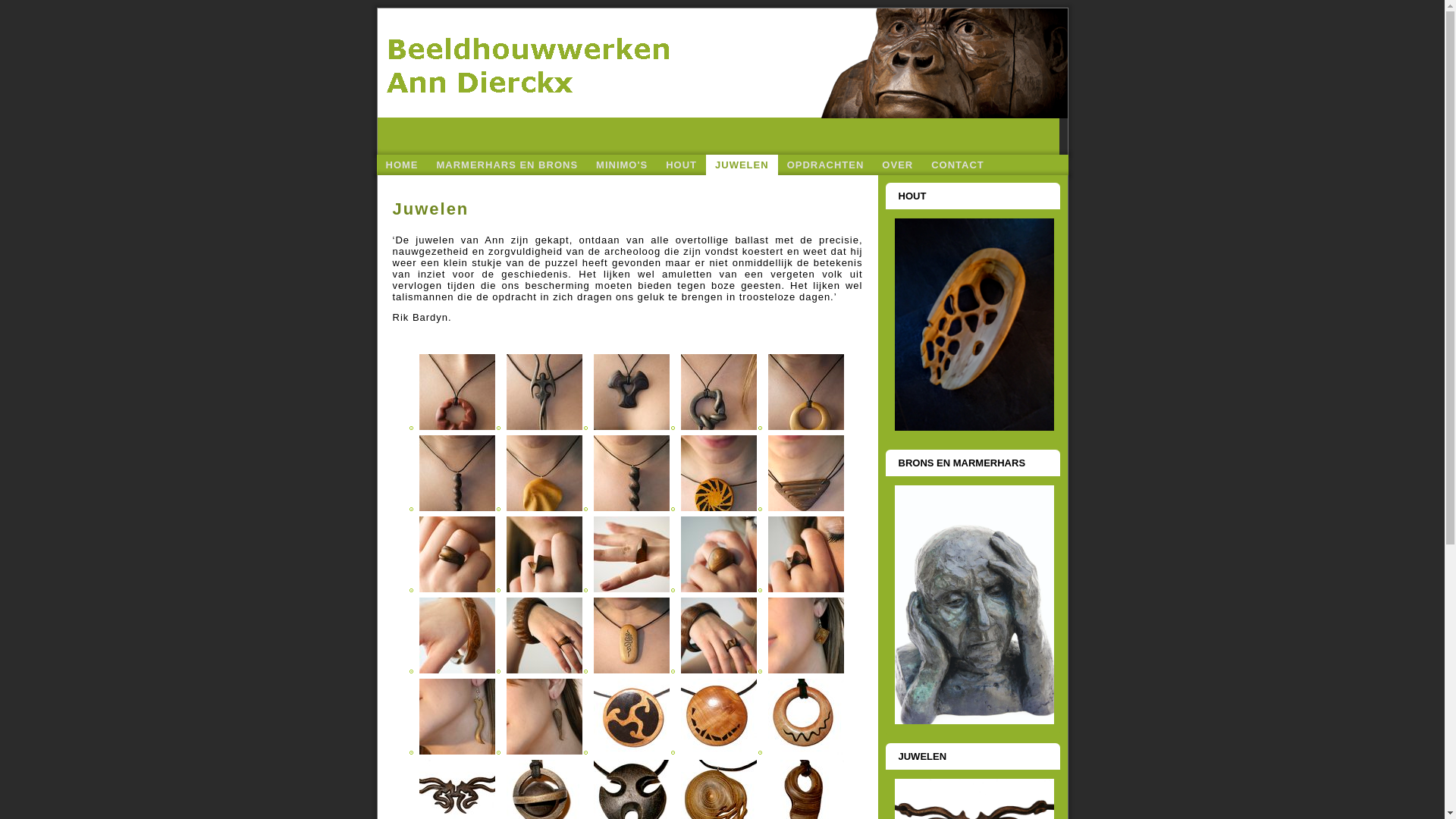 Image resolution: width=1456 pixels, height=819 pixels. Describe the element at coordinates (825, 165) in the screenshot. I see `'OPDRACHTEN'` at that location.